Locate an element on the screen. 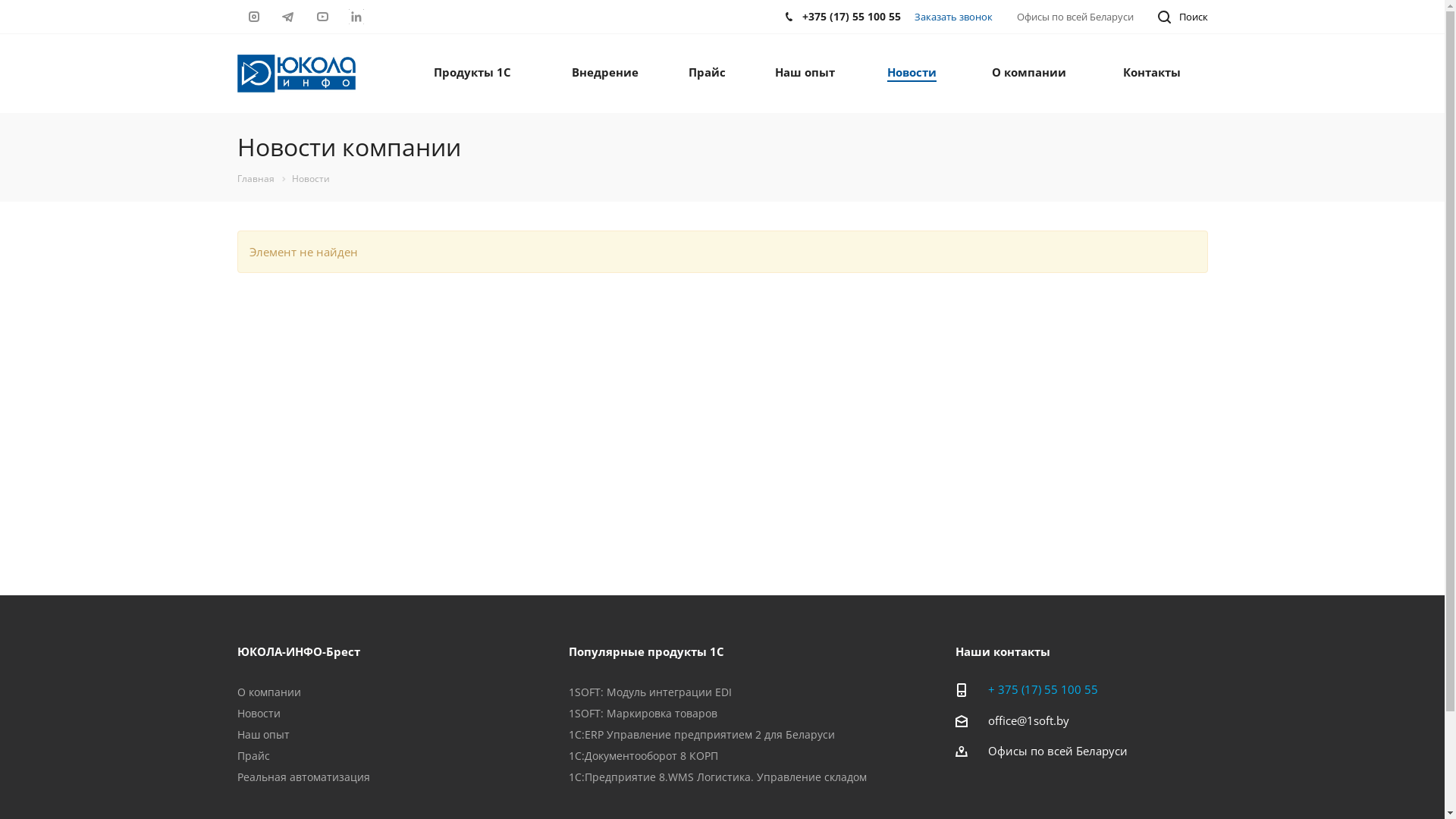 The image size is (1456, 819). '+ 375 (17) 55 100 55' is located at coordinates (1042, 689).